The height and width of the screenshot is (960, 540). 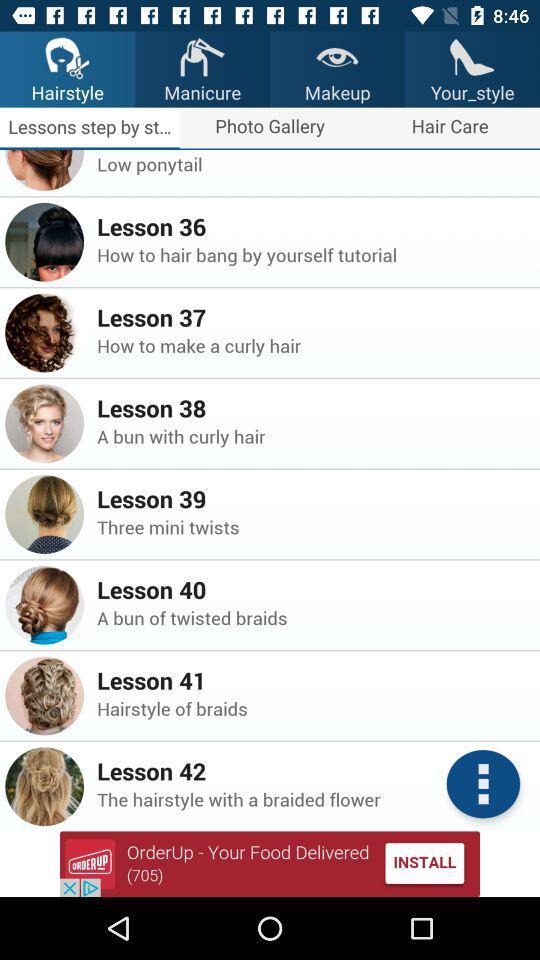 I want to click on the profile which says lesson 39, so click(x=44, y=513).